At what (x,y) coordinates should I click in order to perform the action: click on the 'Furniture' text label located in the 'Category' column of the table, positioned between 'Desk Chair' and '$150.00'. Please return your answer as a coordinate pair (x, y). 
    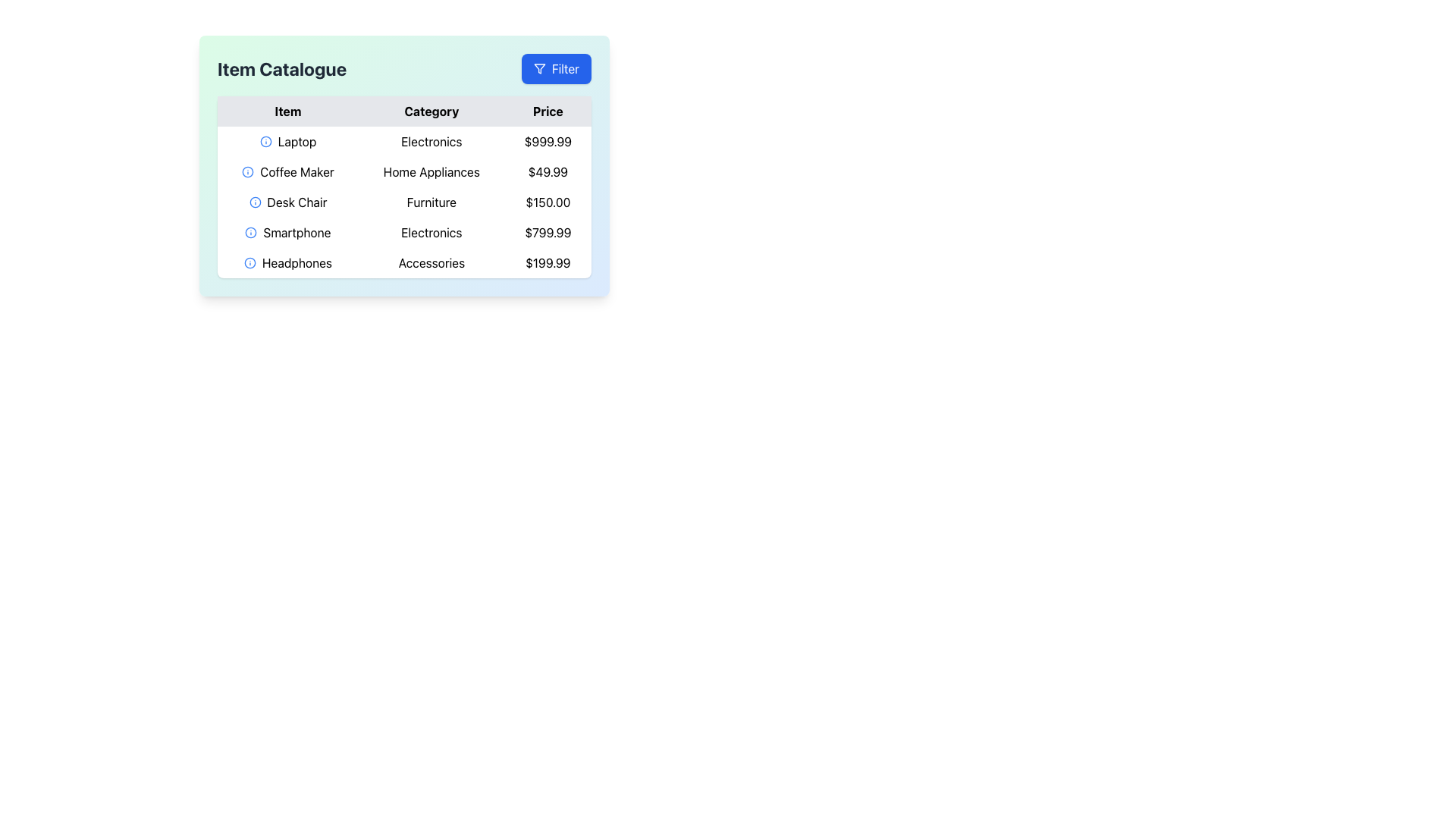
    Looking at the image, I should click on (431, 201).